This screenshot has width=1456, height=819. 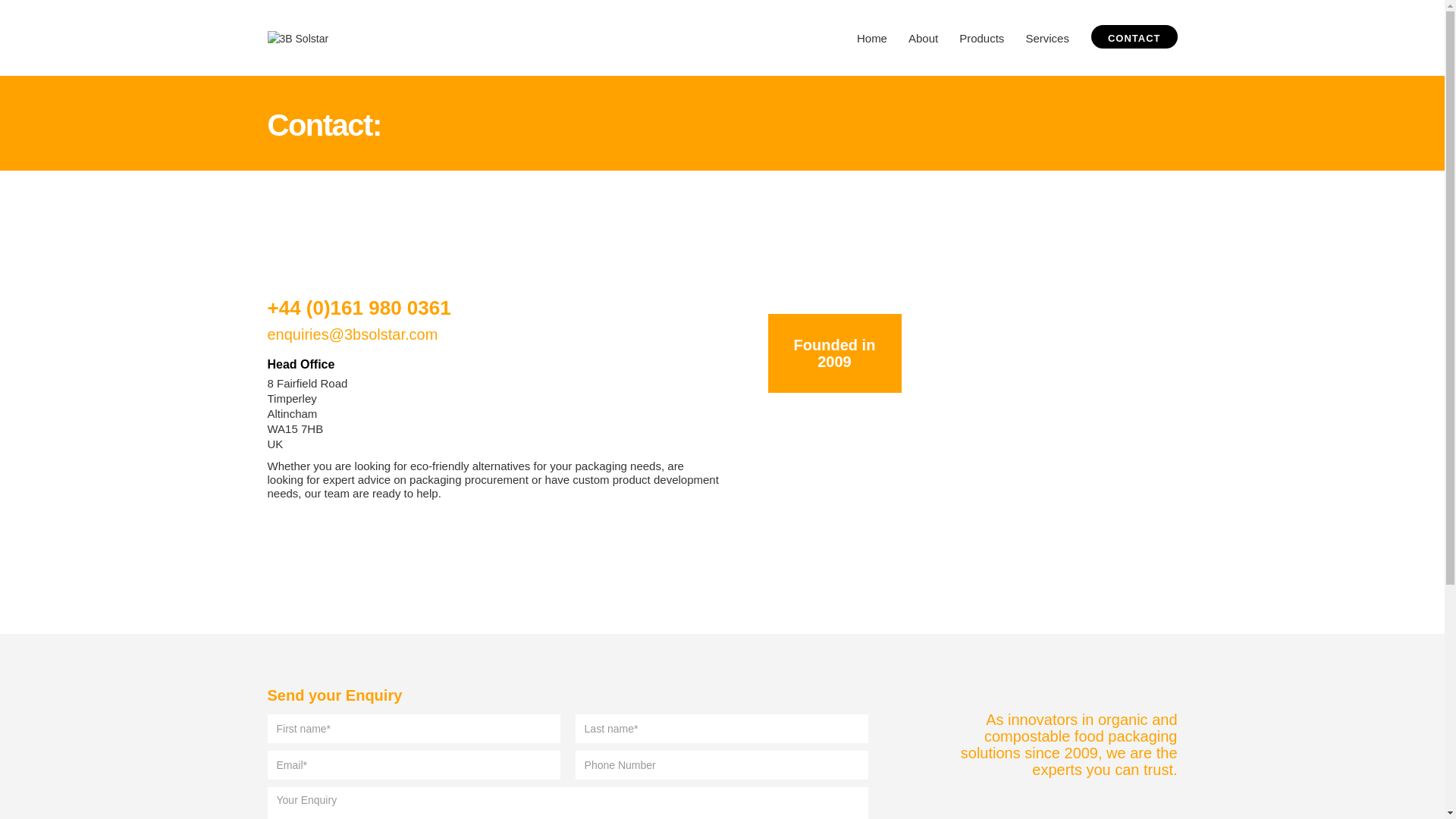 What do you see at coordinates (266, 333) in the screenshot?
I see `'enquiries@3bsolstar.com'` at bounding box center [266, 333].